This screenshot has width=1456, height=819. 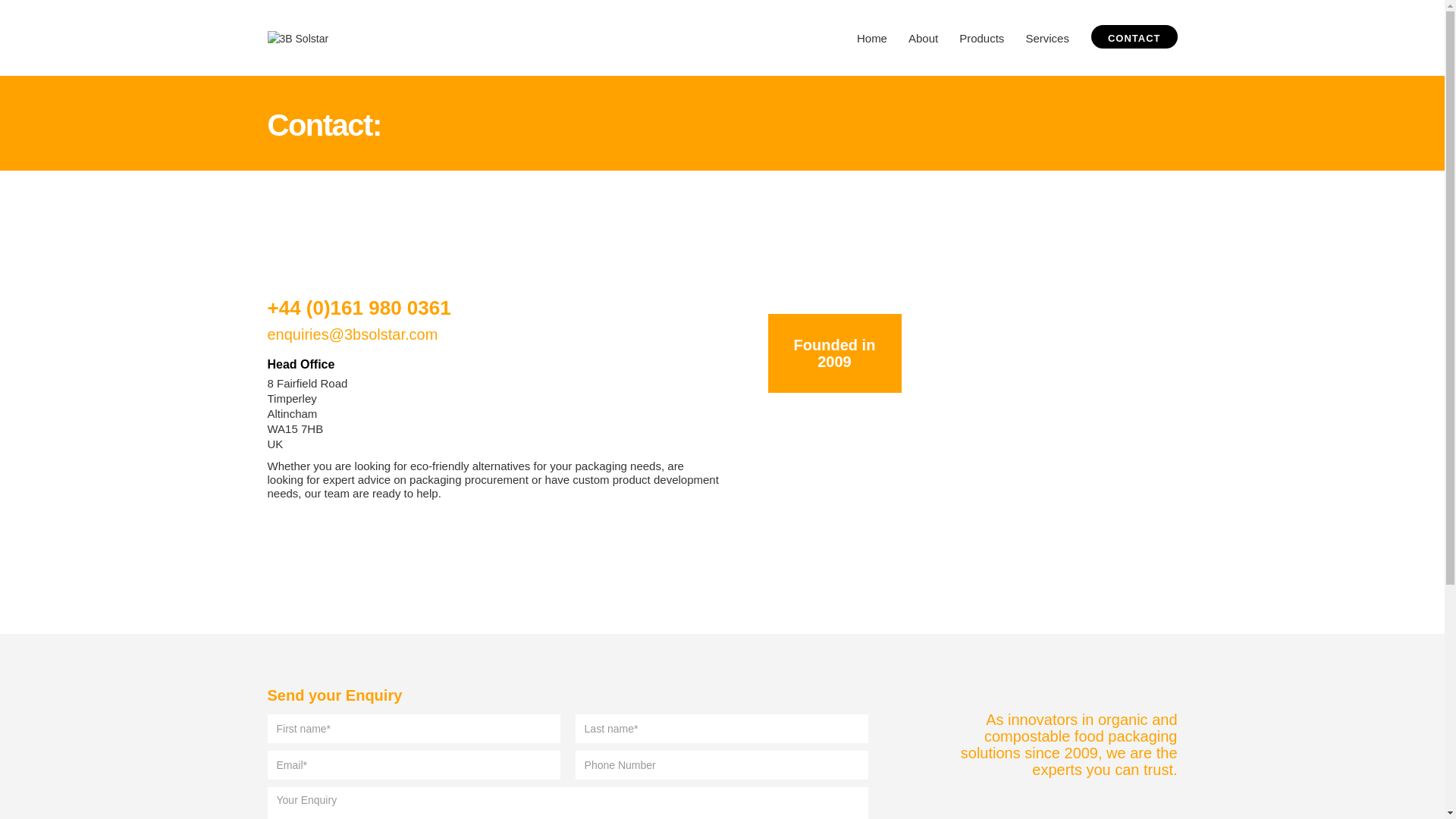 What do you see at coordinates (266, 333) in the screenshot?
I see `'enquiries@3bsolstar.com'` at bounding box center [266, 333].